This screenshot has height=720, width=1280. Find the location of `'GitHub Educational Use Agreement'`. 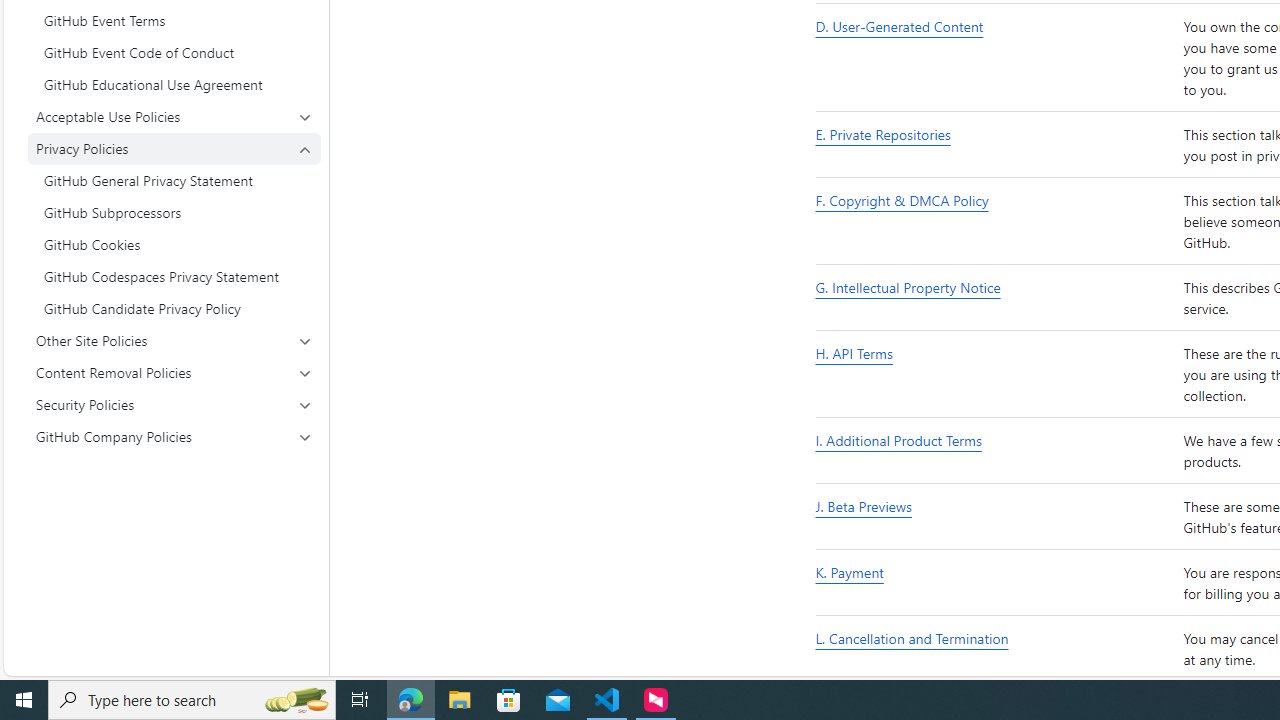

'GitHub Educational Use Agreement' is located at coordinates (174, 83).